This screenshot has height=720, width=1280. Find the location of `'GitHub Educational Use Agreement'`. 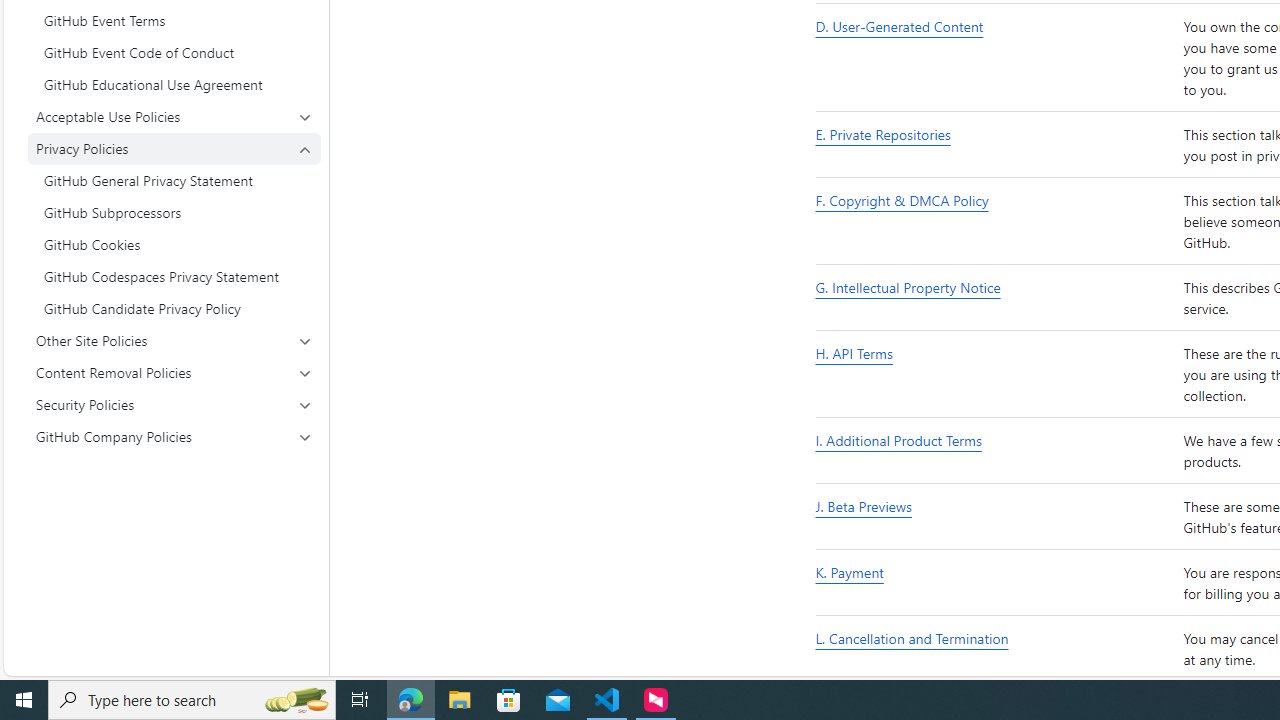

'GitHub Educational Use Agreement' is located at coordinates (174, 83).